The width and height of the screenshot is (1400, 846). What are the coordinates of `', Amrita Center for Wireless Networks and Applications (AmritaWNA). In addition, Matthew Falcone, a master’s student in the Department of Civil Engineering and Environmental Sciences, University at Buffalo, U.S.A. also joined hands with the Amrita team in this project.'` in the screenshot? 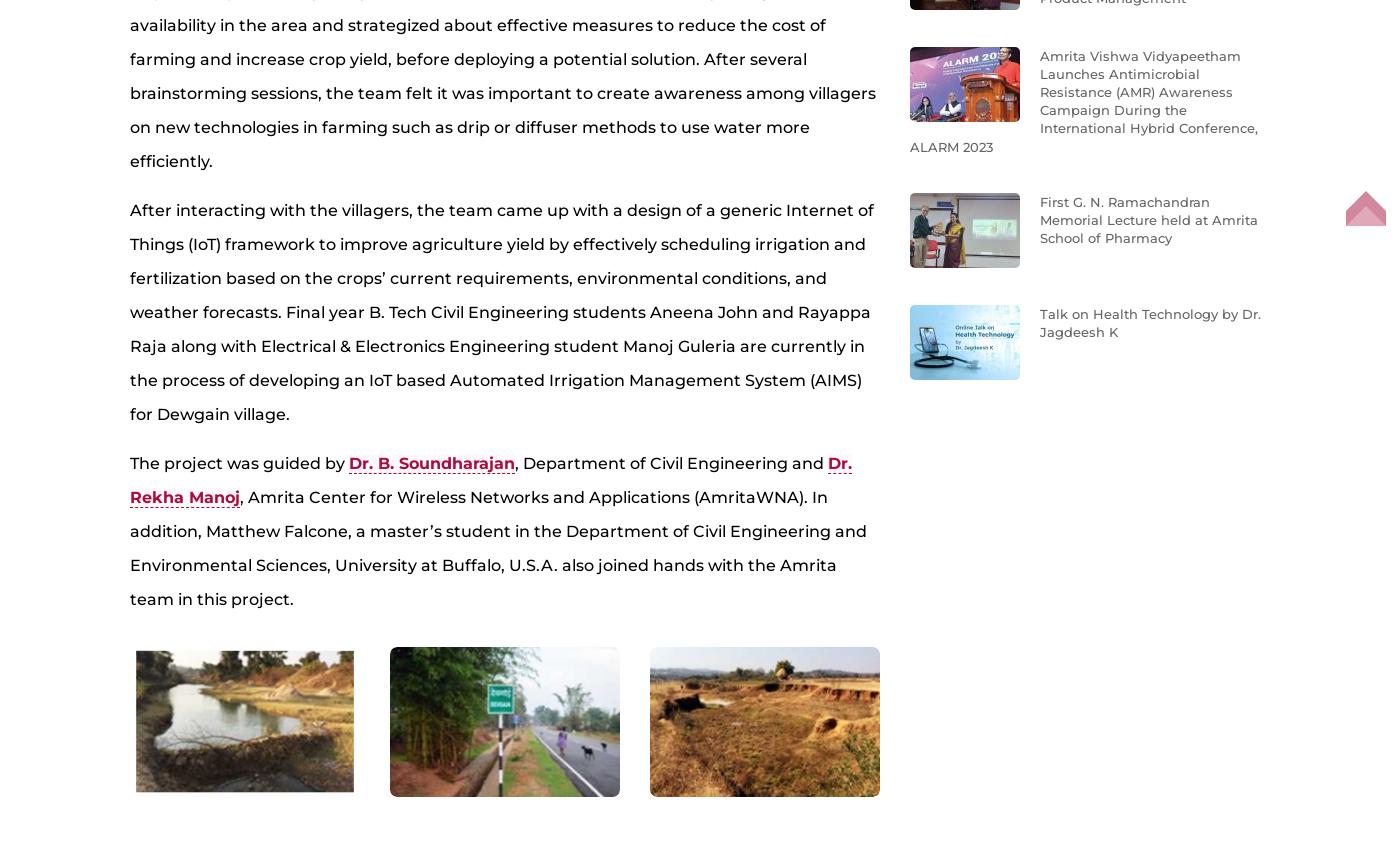 It's located at (498, 548).